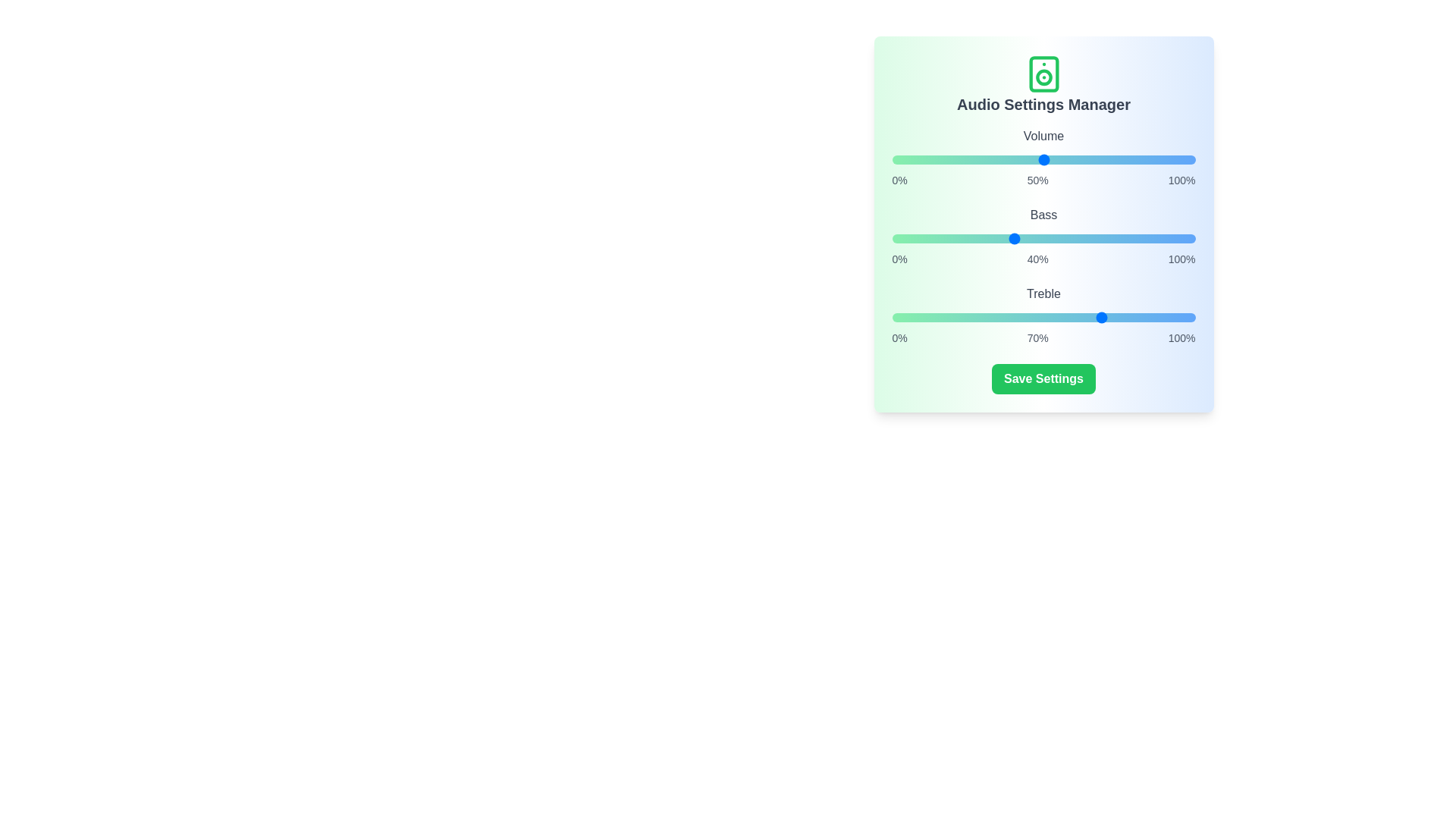 The image size is (1456, 819). What do you see at coordinates (1043, 378) in the screenshot?
I see `'Save Settings' button to save the current audio settings` at bounding box center [1043, 378].